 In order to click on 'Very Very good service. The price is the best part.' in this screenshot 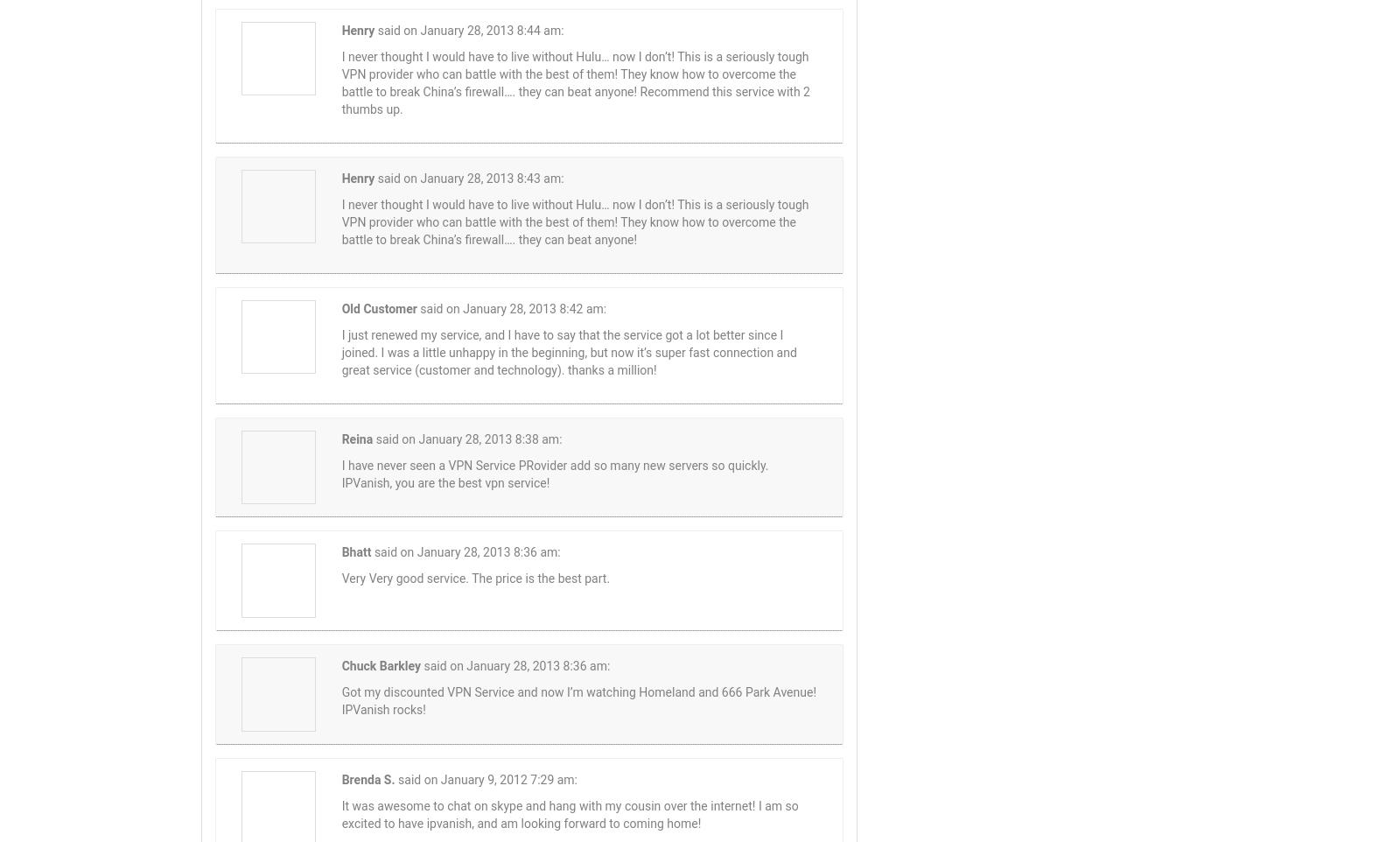, I will do `click(474, 578)`.